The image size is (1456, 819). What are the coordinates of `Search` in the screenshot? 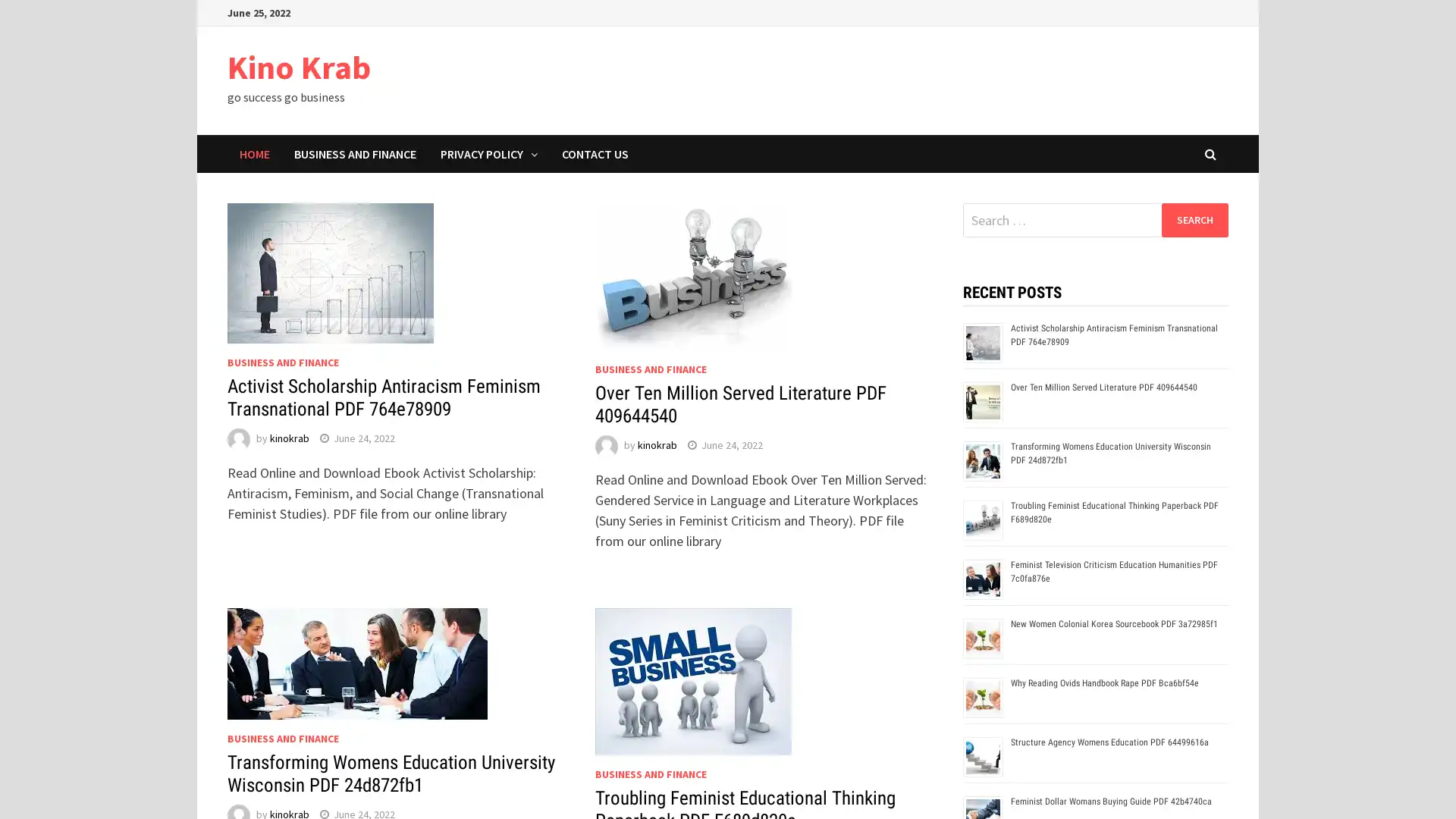 It's located at (1194, 219).